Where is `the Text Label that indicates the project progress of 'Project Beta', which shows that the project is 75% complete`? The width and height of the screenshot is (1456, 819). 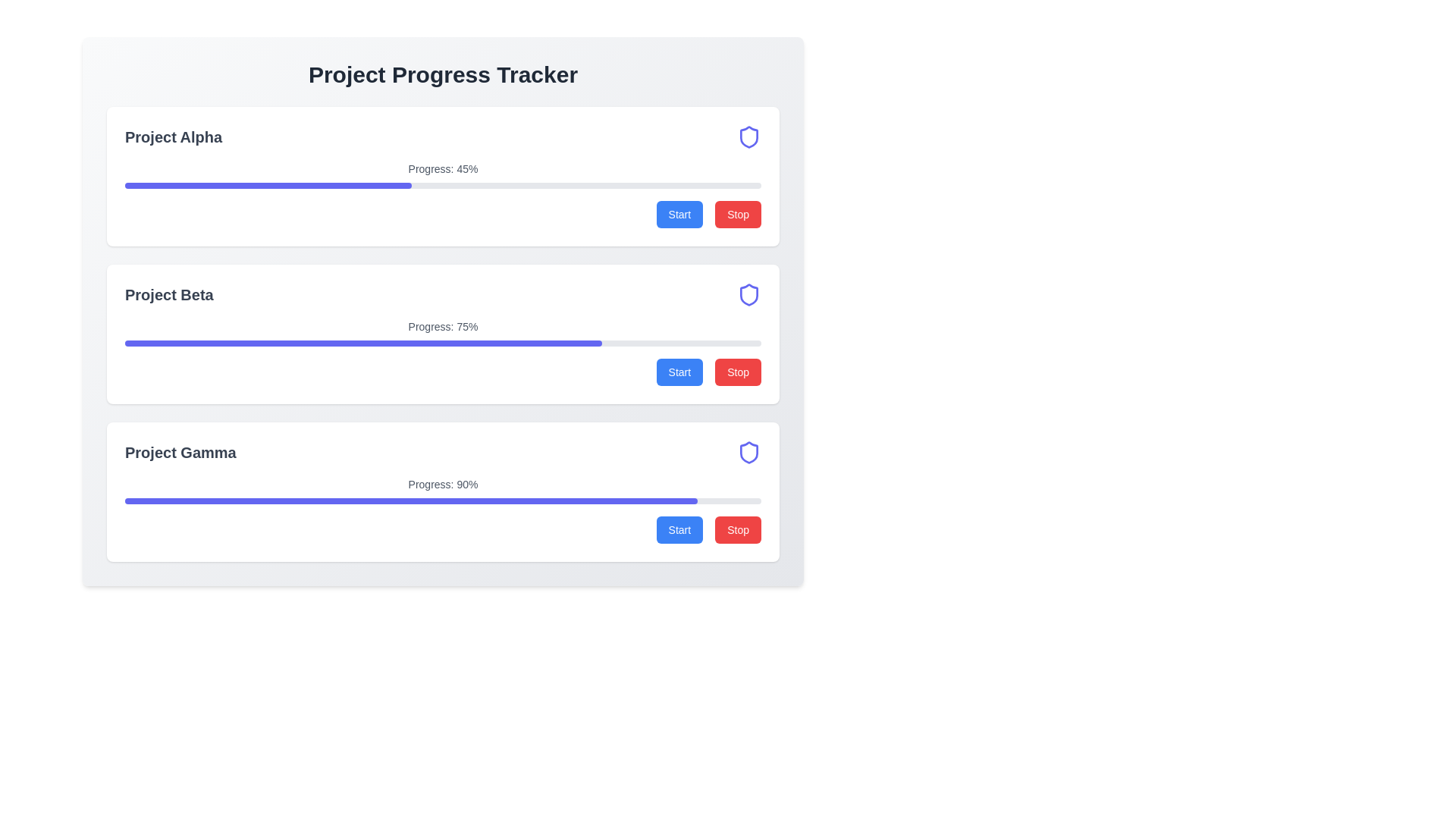 the Text Label that indicates the project progress of 'Project Beta', which shows that the project is 75% complete is located at coordinates (442, 326).